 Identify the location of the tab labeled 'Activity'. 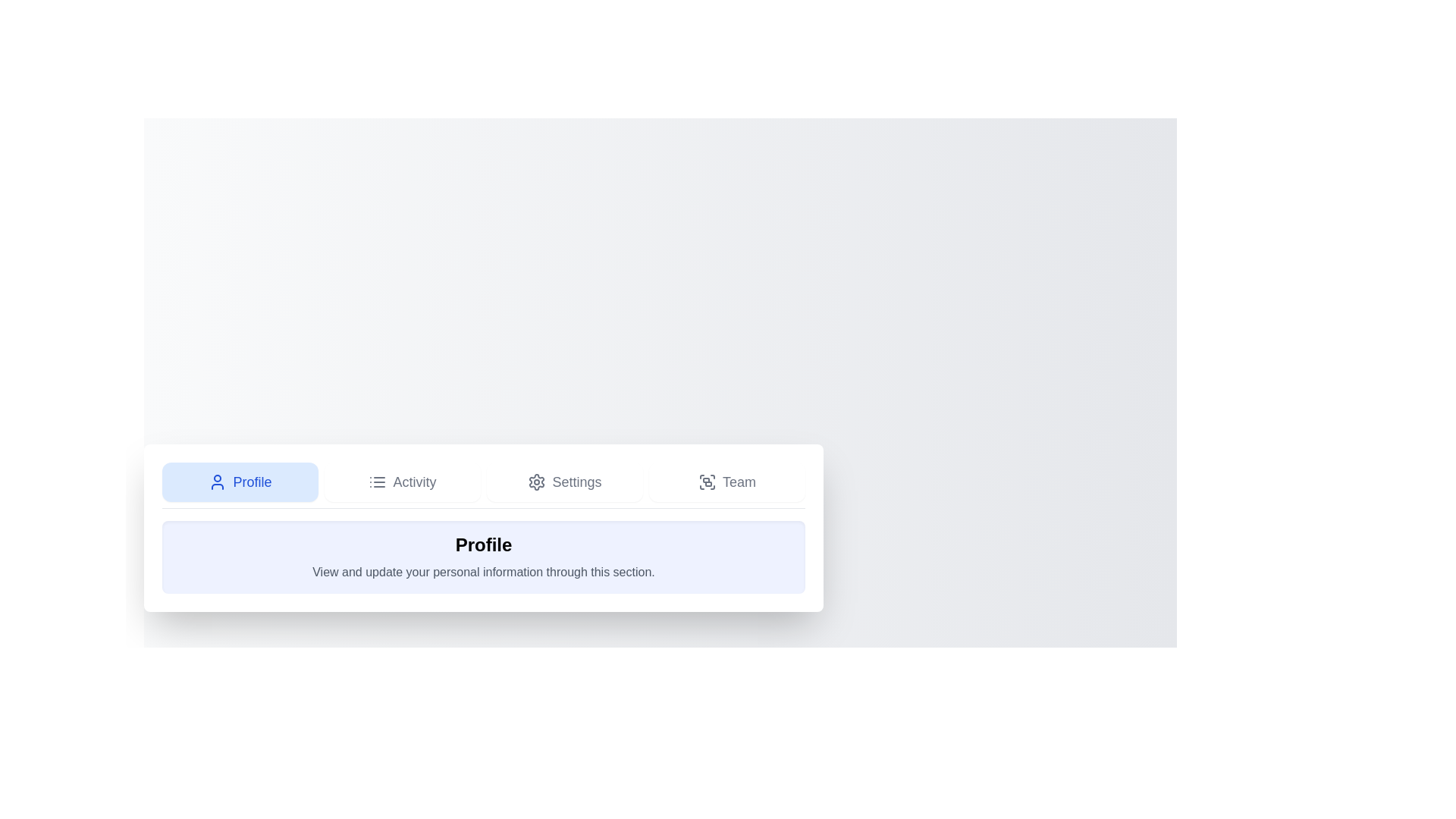
(403, 482).